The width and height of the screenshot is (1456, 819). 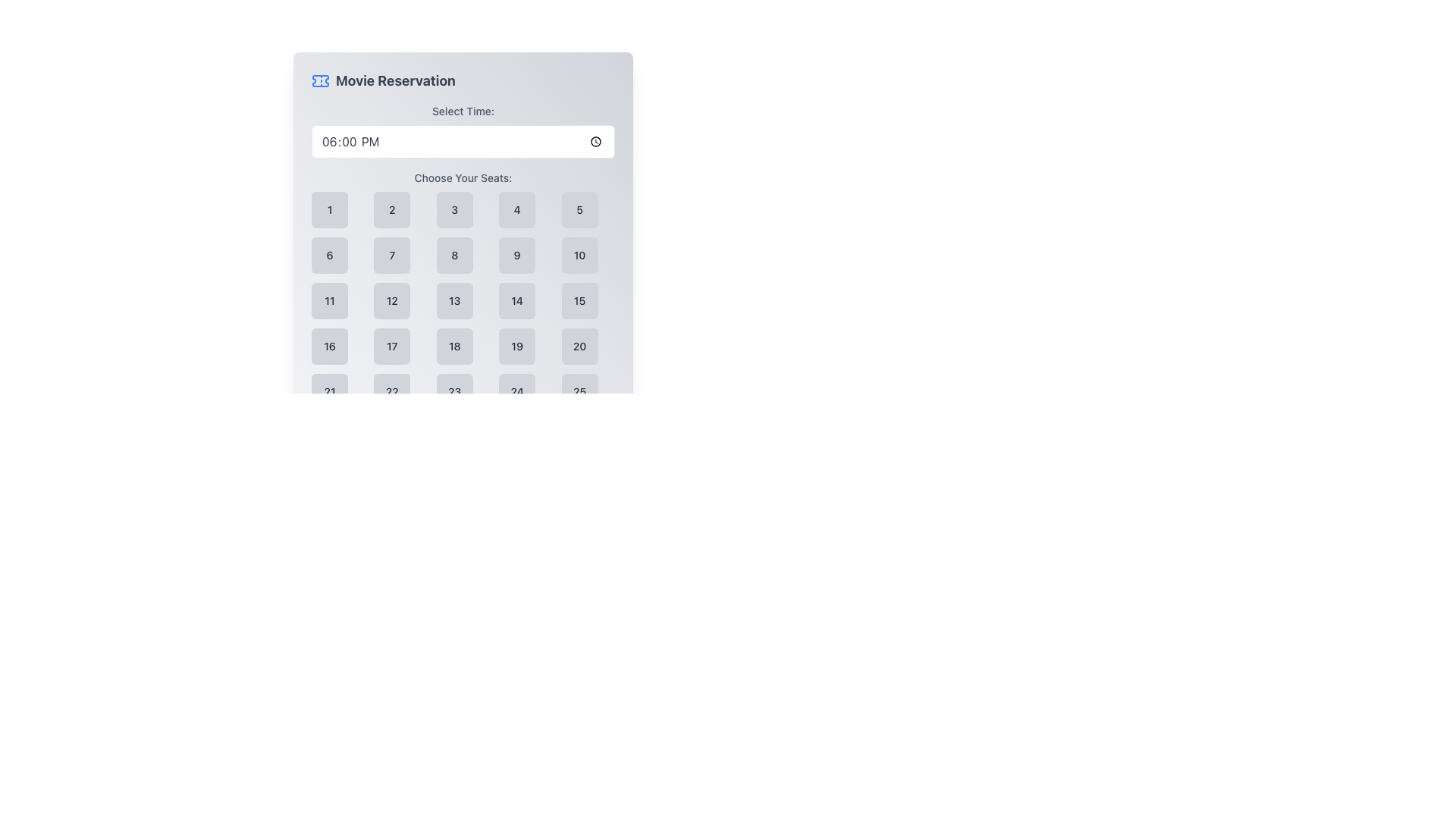 I want to click on the first selectable seat button in the 'Choose Your Seats' section, so click(x=329, y=210).